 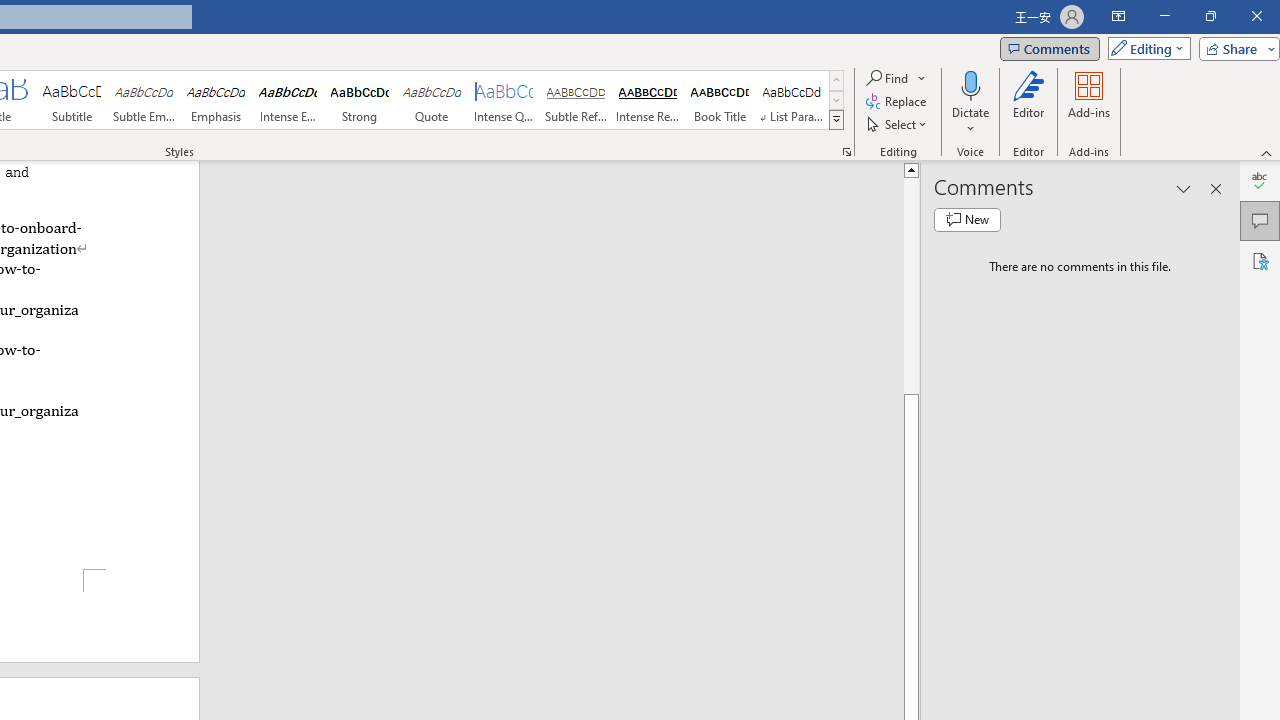 I want to click on 'New comment', so click(x=967, y=219).